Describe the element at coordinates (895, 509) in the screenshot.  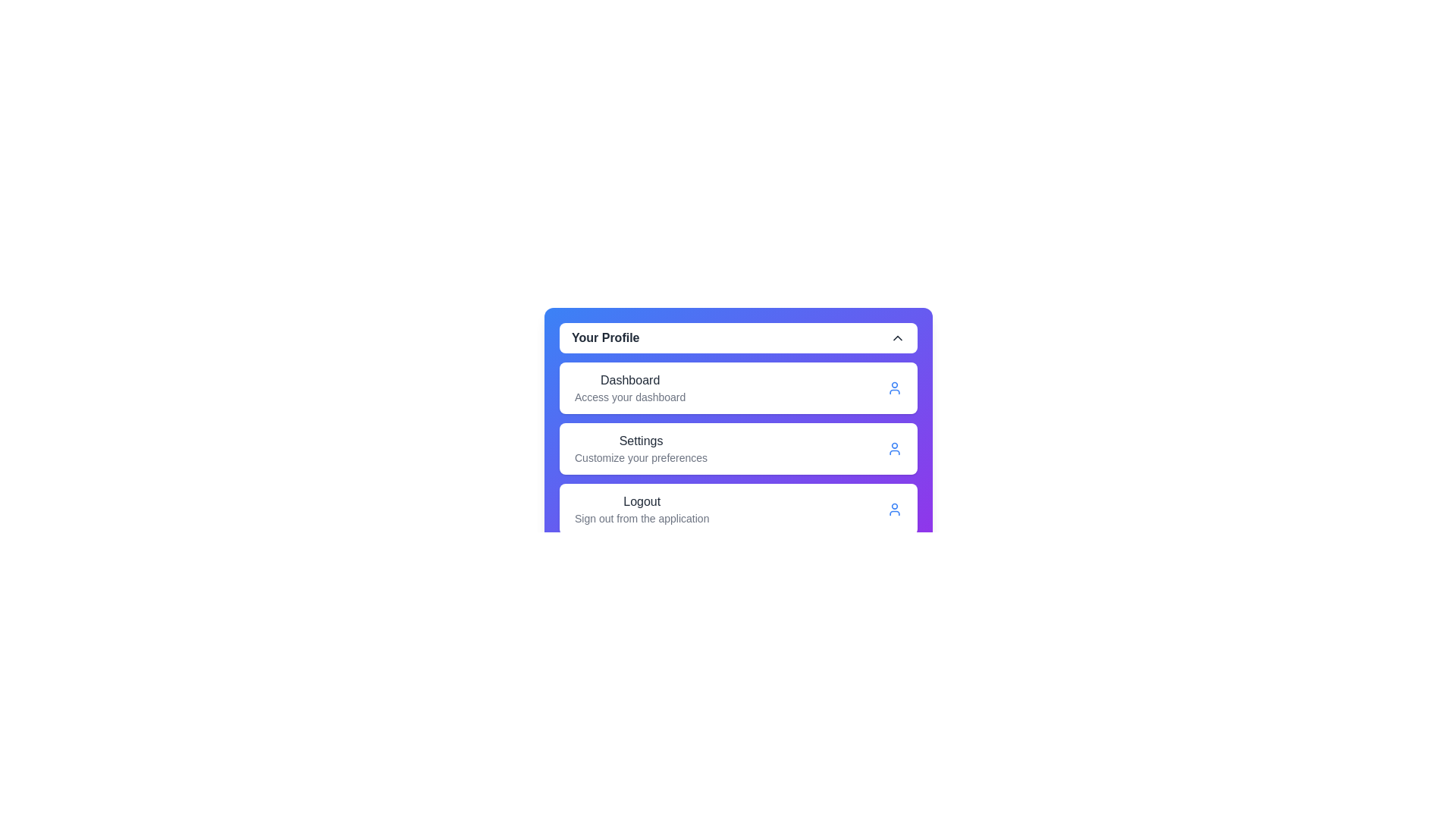
I see `the icon of the Logout menu item` at that location.